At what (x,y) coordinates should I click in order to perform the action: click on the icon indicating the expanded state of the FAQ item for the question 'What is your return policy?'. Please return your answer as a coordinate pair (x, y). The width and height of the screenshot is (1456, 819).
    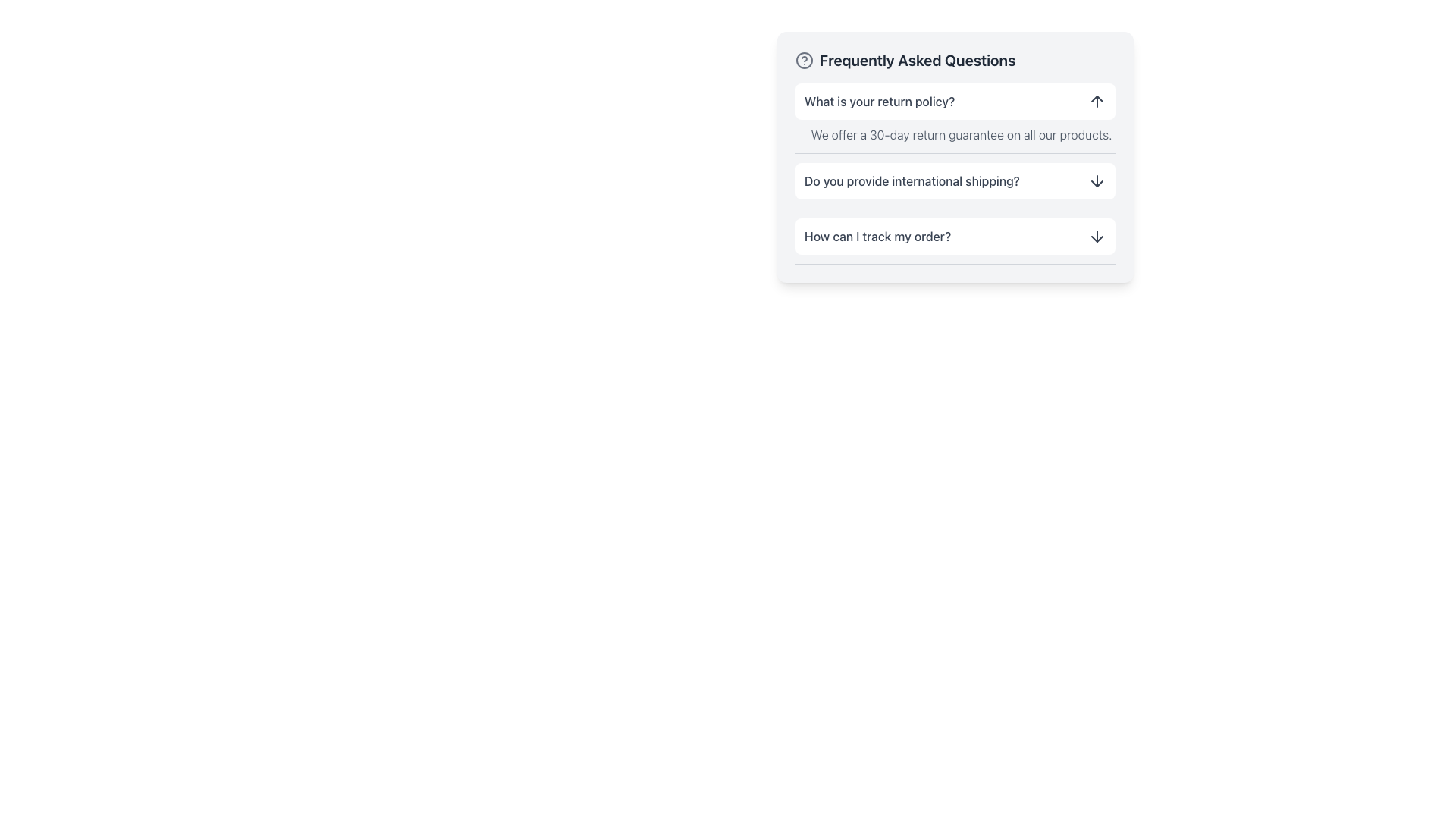
    Looking at the image, I should click on (1097, 102).